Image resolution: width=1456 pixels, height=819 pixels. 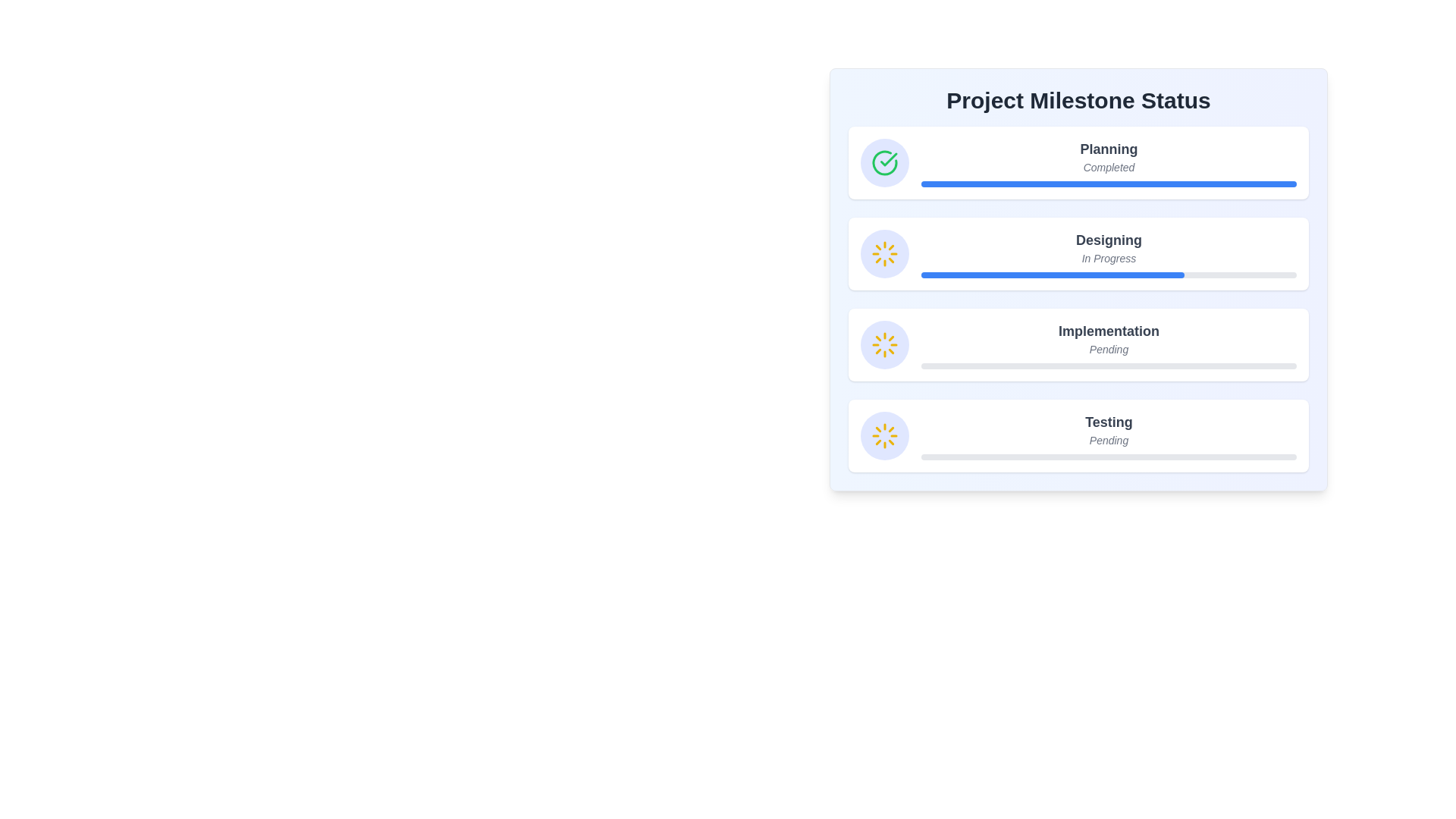 What do you see at coordinates (1109, 330) in the screenshot?
I see `the 'Implementation' text label, which is bold and prominently displayed in dark gray` at bounding box center [1109, 330].